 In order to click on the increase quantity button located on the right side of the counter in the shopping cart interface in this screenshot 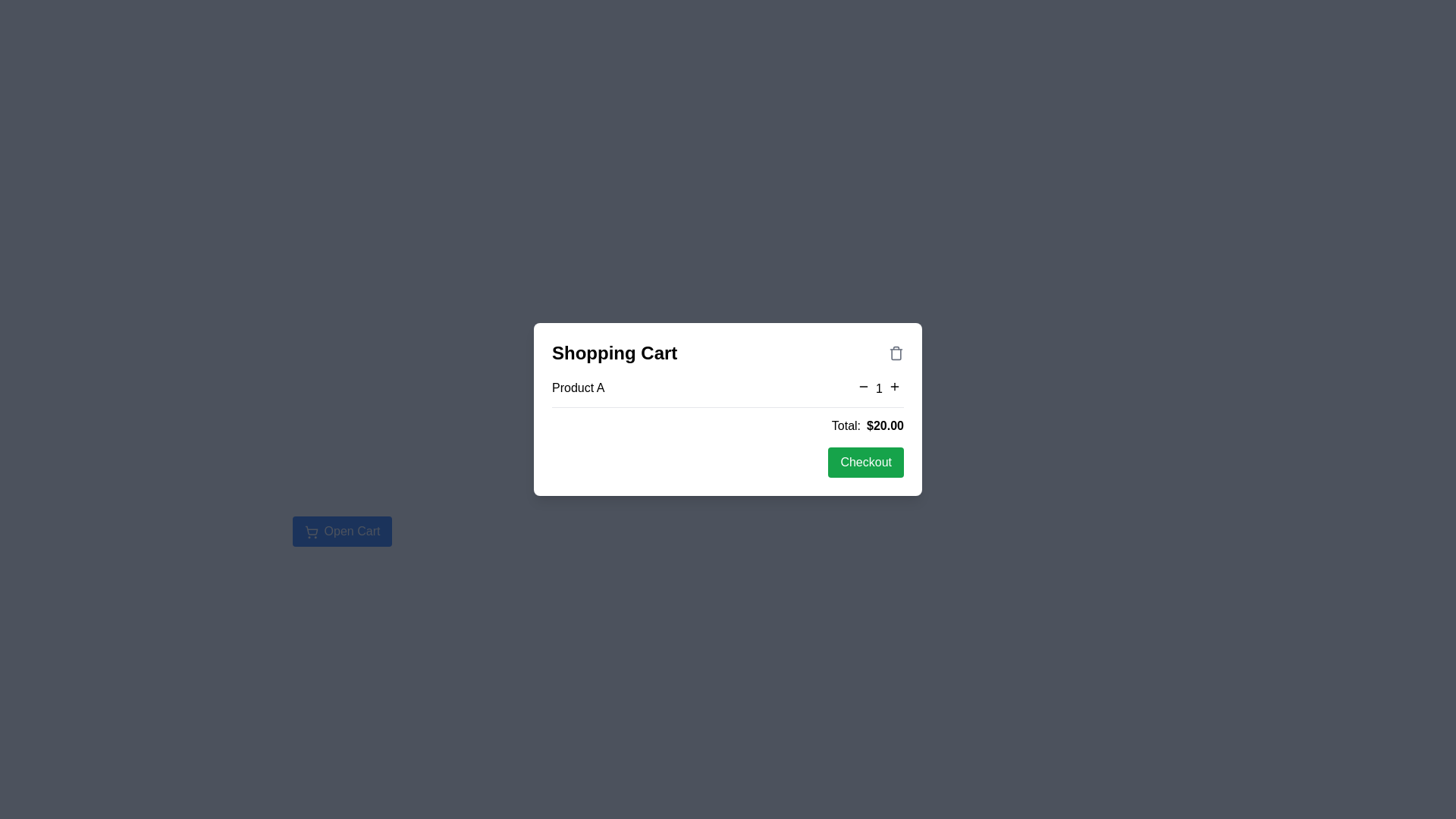, I will do `click(895, 385)`.